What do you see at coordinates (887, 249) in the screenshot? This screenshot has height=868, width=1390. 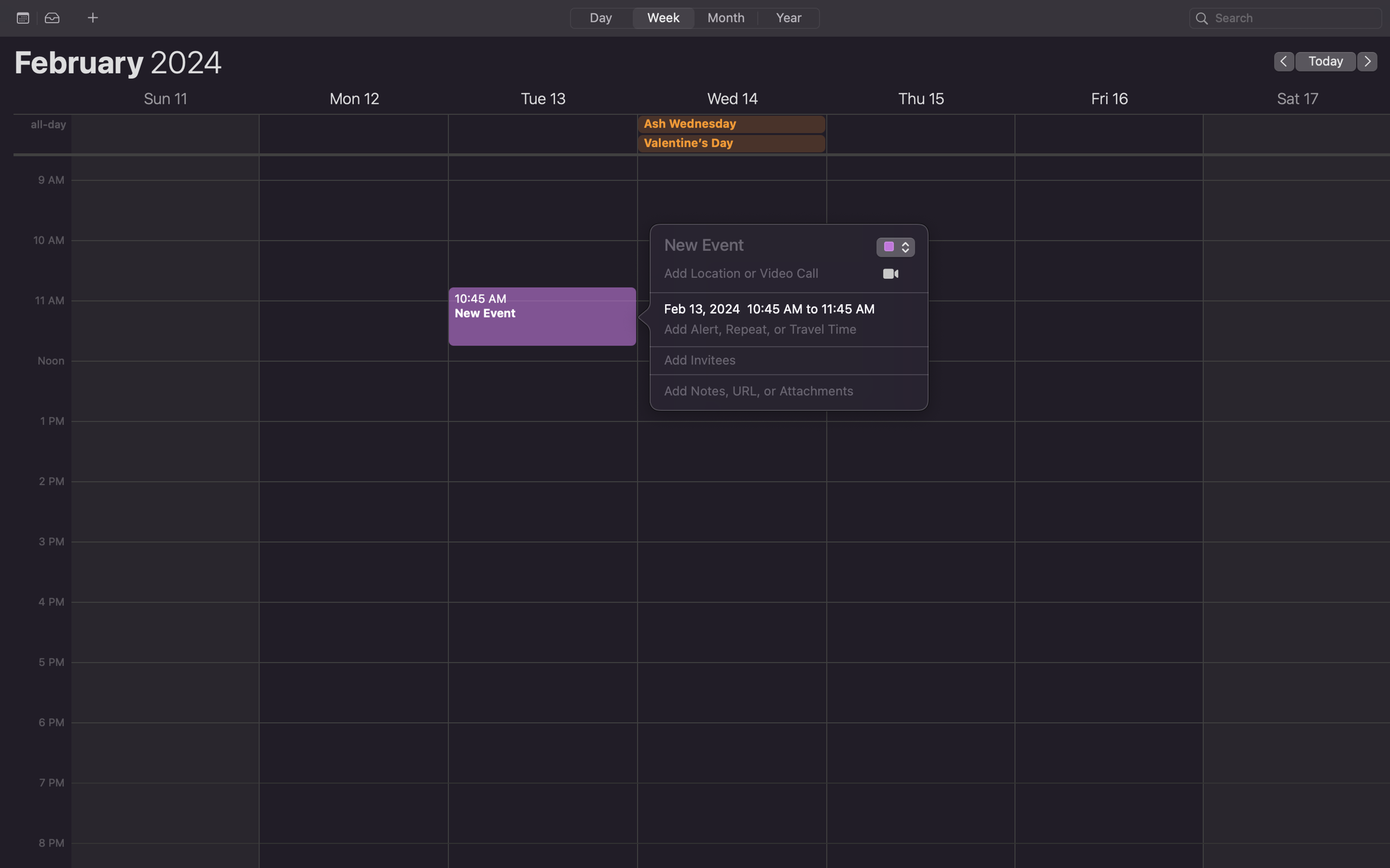 I see `Enter the event category as "Birthday Party"` at bounding box center [887, 249].